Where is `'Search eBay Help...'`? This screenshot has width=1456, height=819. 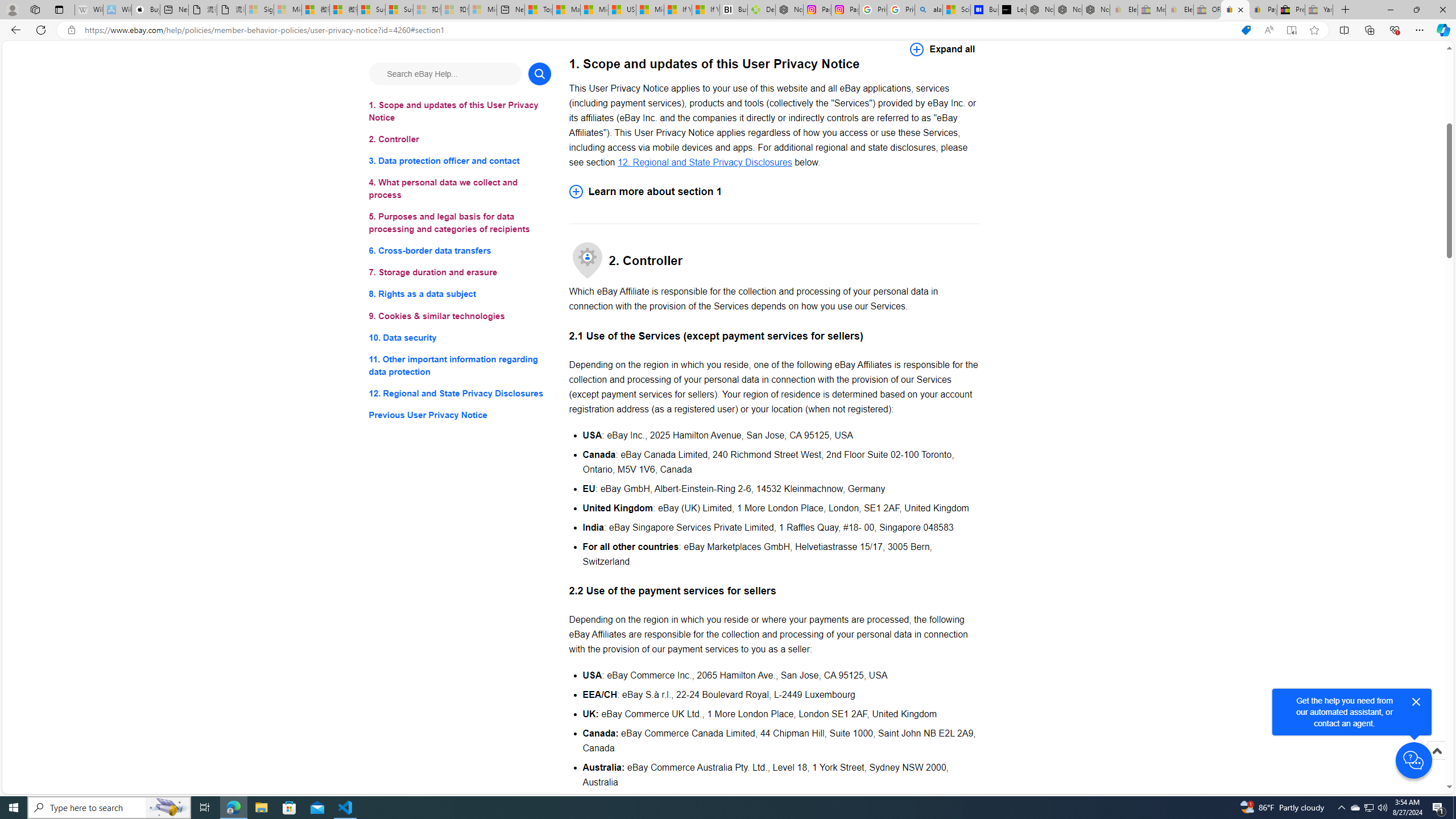
'Search eBay Help...' is located at coordinates (445, 73).